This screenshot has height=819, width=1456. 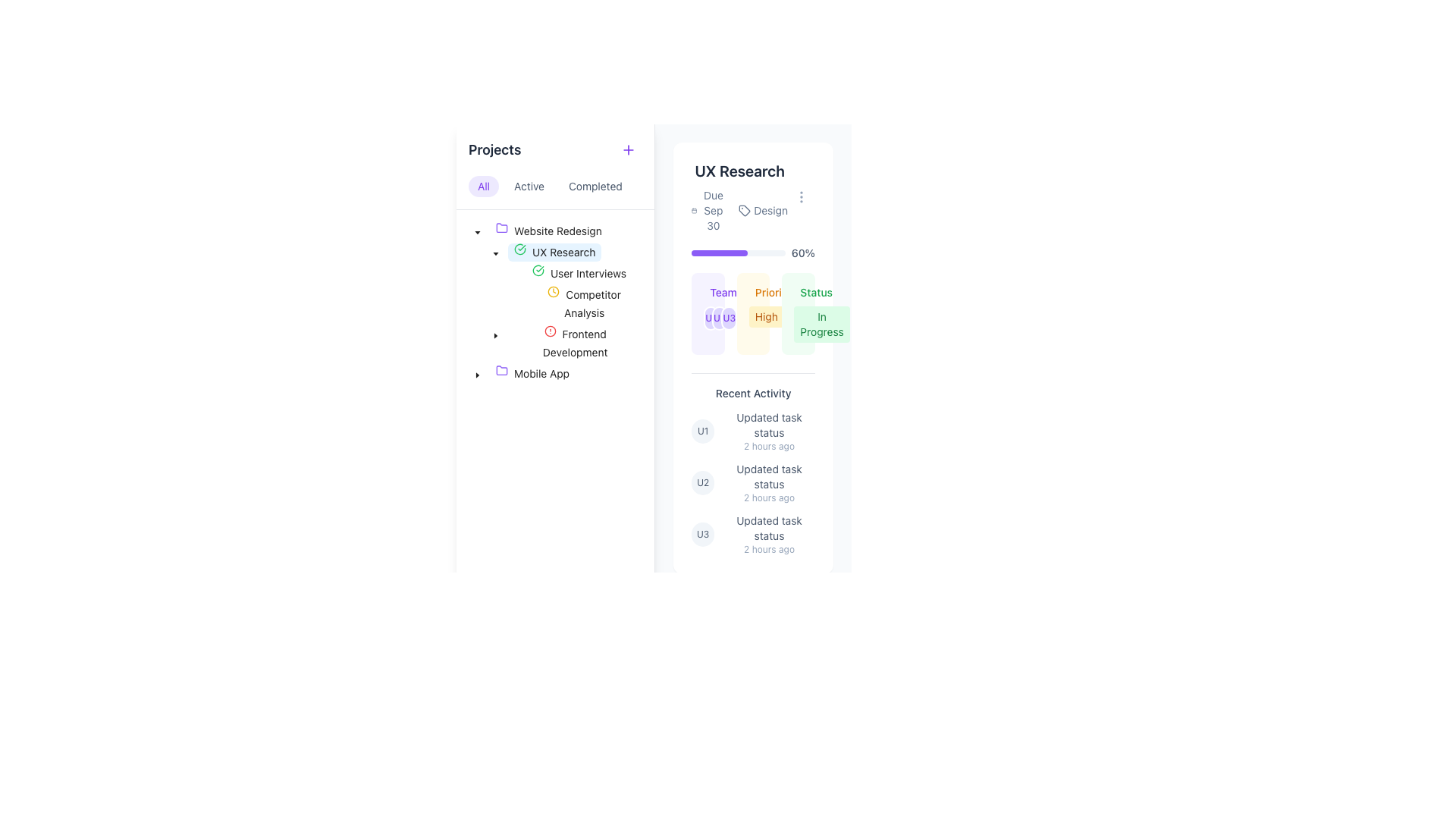 I want to click on the filter button located at the top-left of the interface to observe visual feedback, such as a color change, so click(x=483, y=186).